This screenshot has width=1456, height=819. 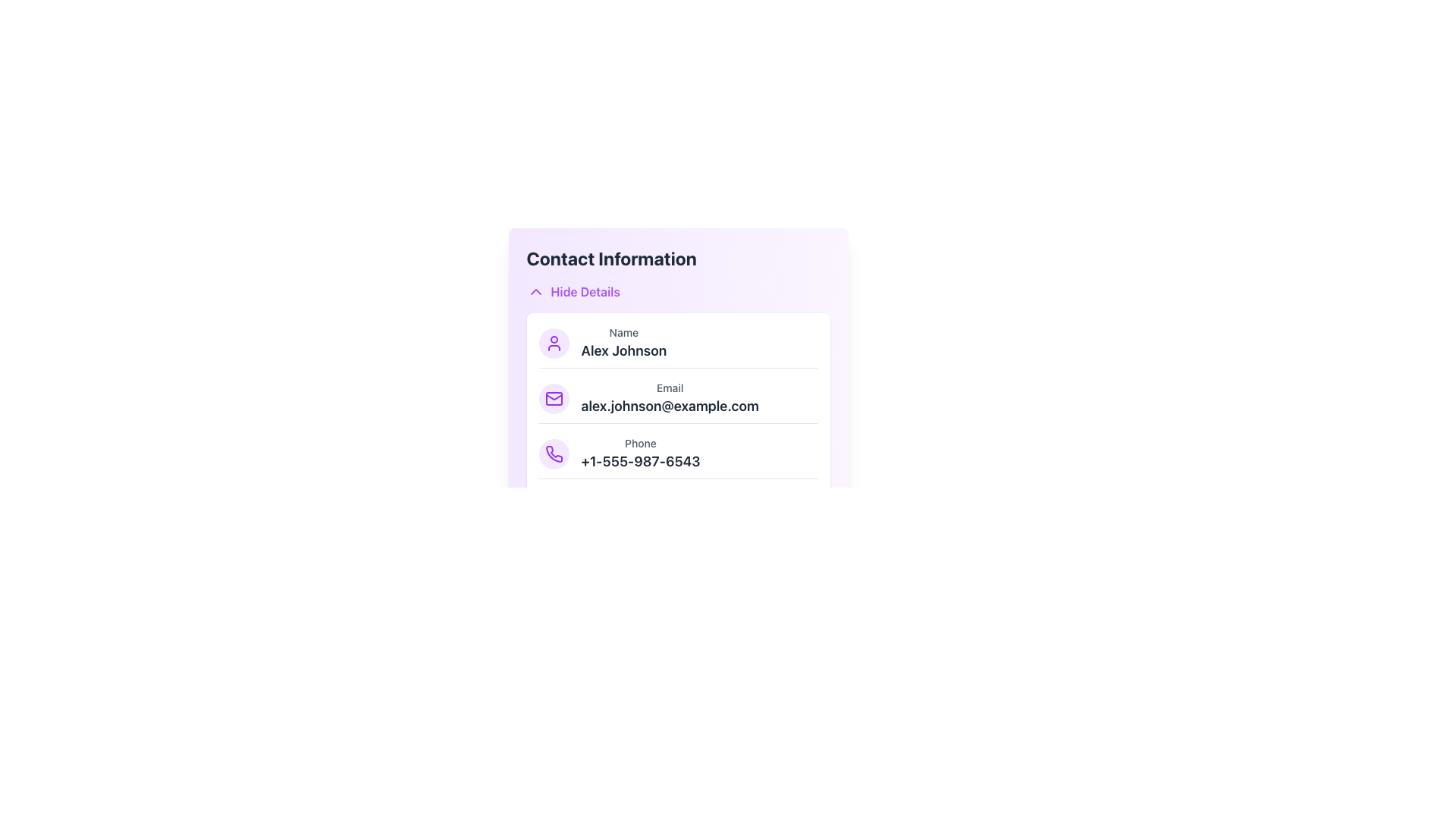 I want to click on the 'Hide Details' button, which is a text link styled in purple font with bold weight, located below the 'Contact Information' header, so click(x=573, y=292).